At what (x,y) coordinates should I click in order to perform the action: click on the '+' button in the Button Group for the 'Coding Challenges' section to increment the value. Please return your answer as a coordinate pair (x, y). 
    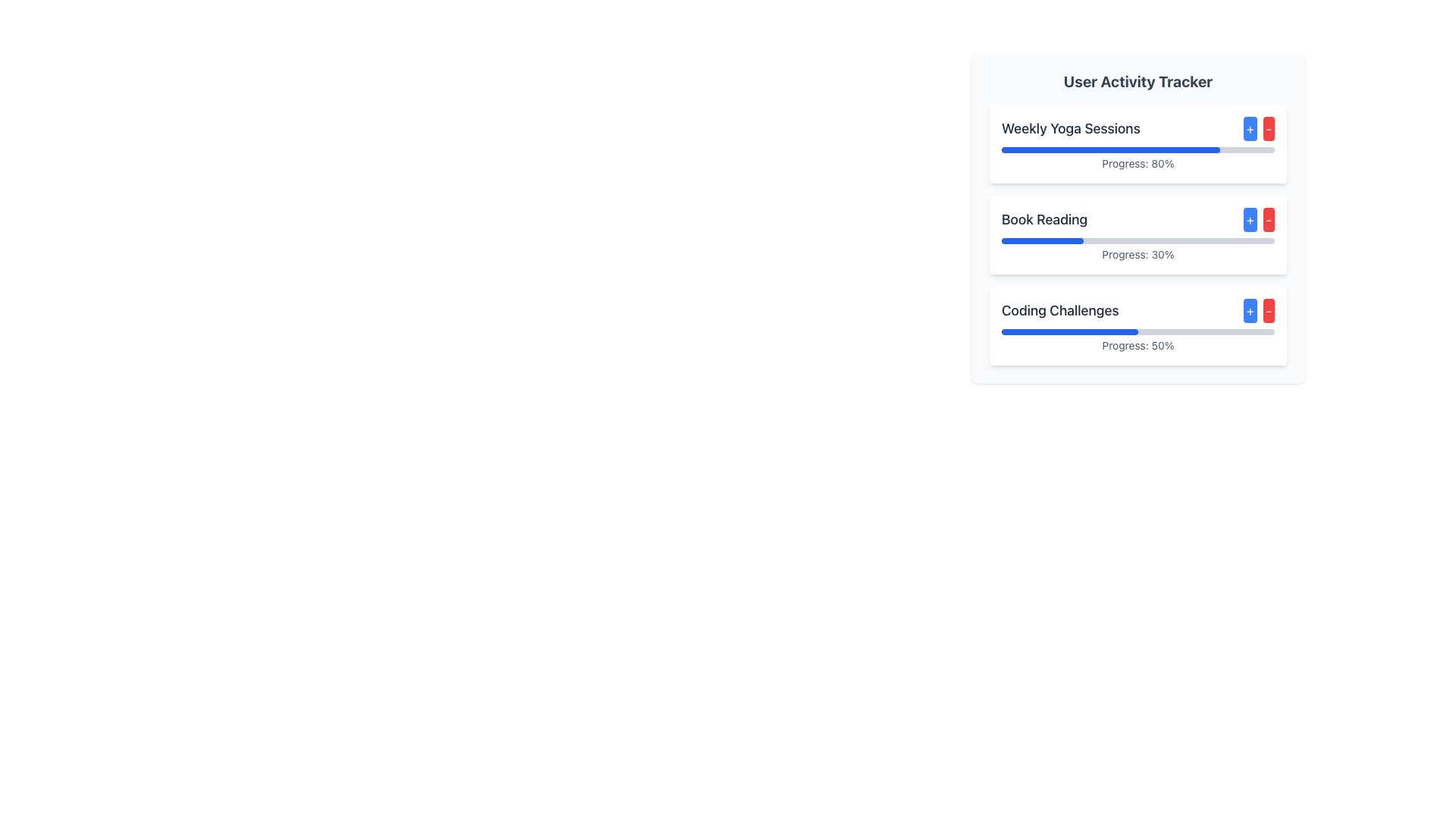
    Looking at the image, I should click on (1259, 309).